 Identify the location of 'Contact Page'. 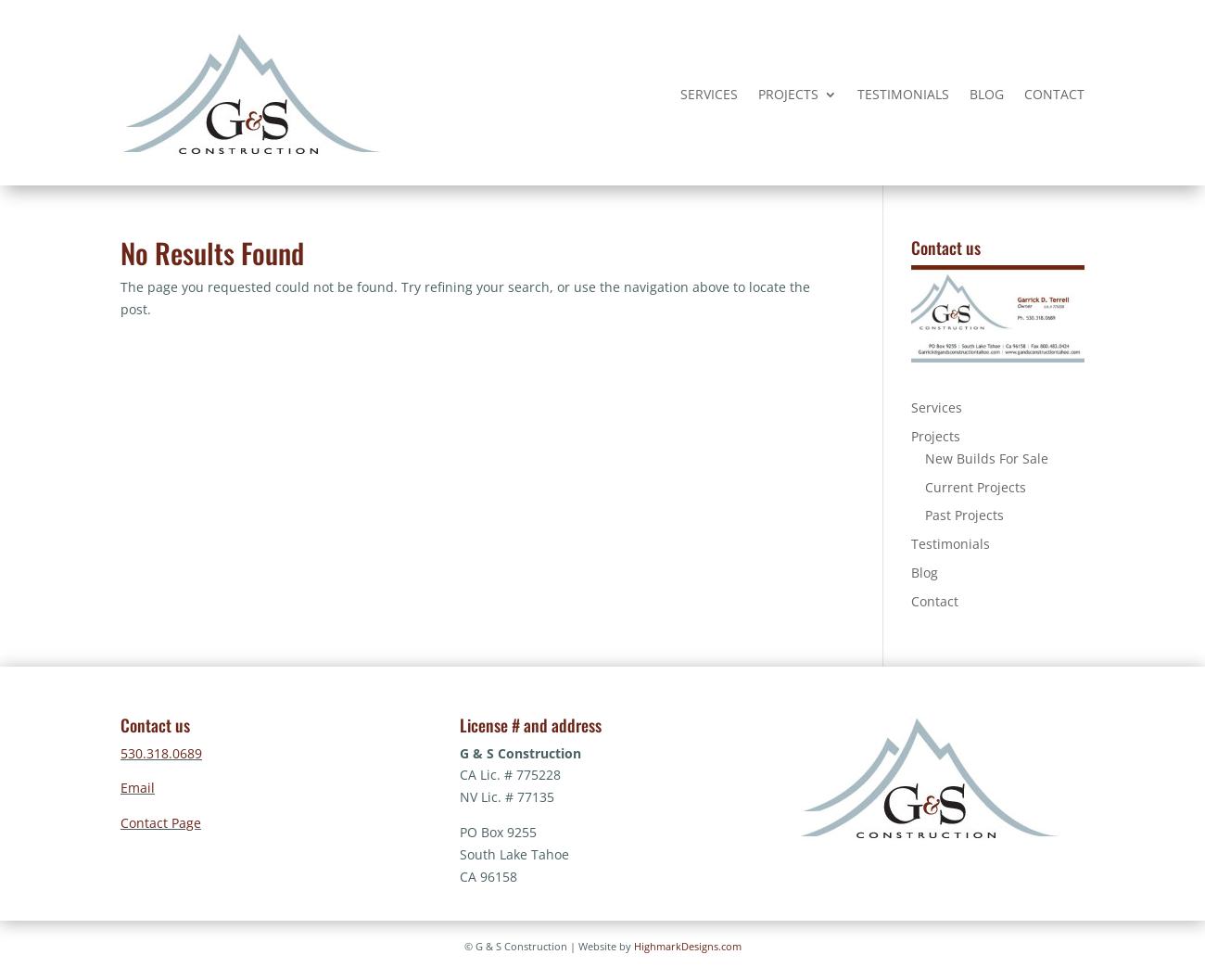
(160, 821).